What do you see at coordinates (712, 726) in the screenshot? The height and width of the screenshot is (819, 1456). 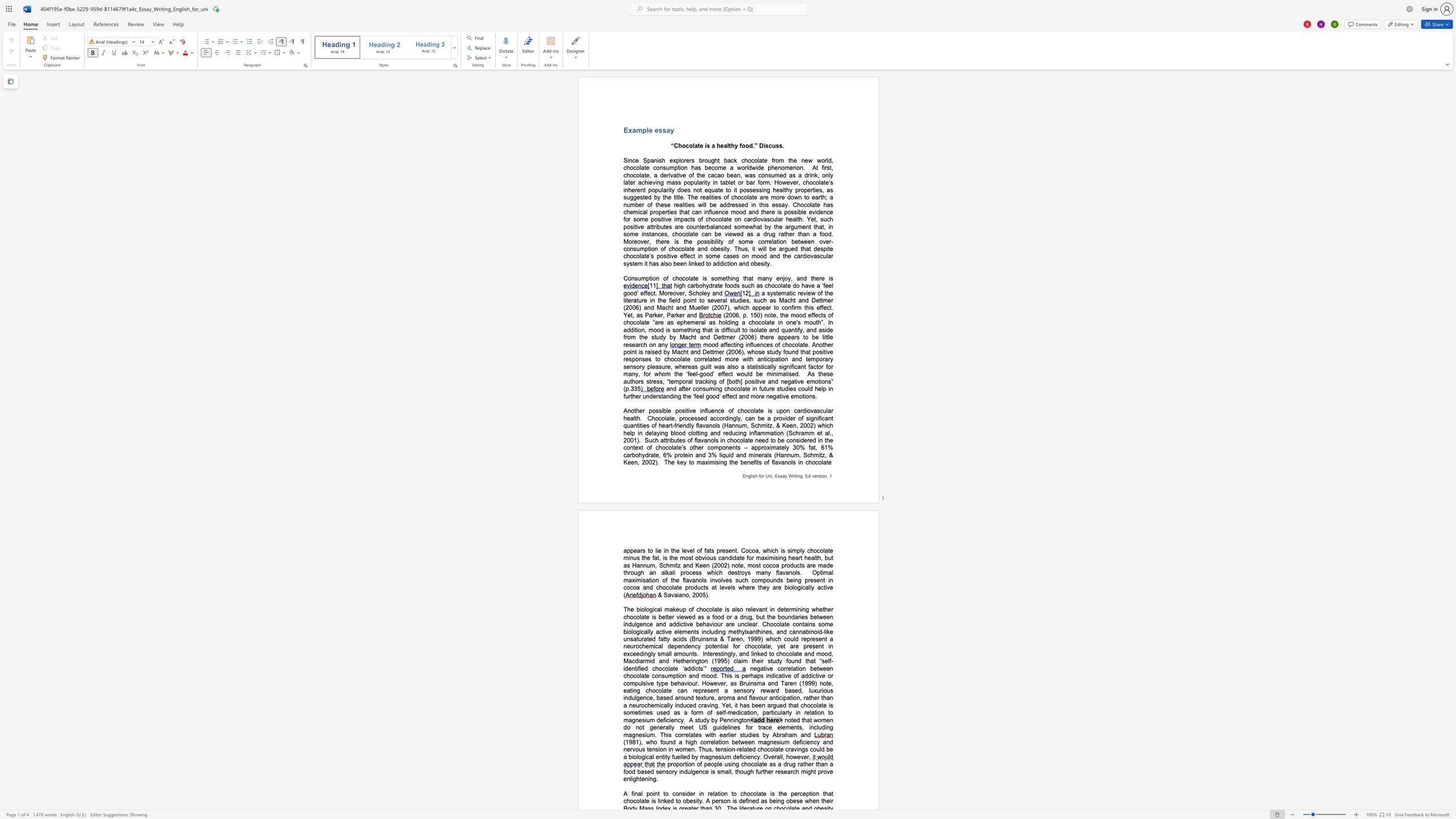 I see `the subset text "guidelines for trace elements, including magnesium. This correlates with earlier studies by" within the text "US guidelines for trace elements, including magnesium. This correlates with earlier studies by Abraham and"` at bounding box center [712, 726].